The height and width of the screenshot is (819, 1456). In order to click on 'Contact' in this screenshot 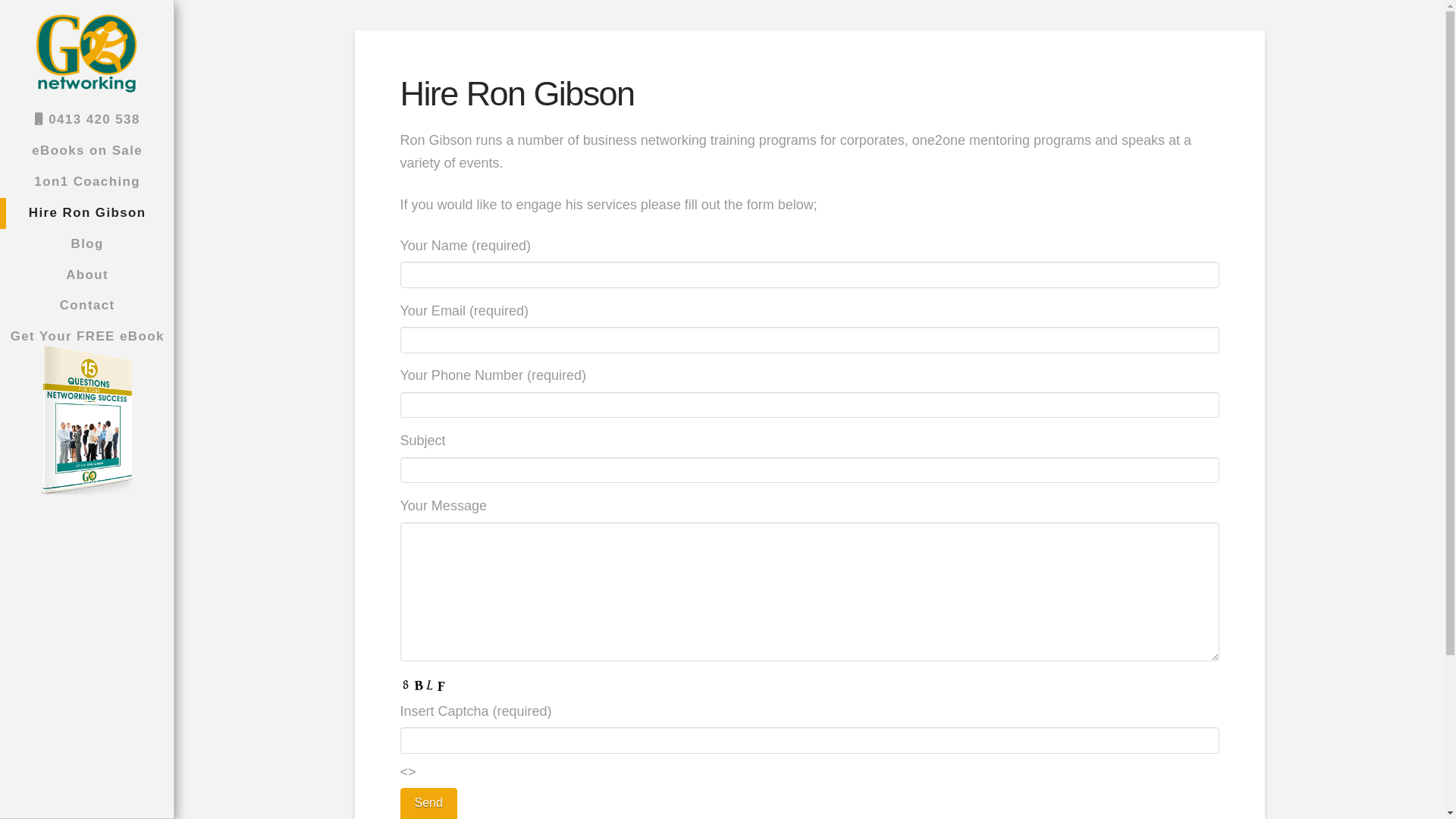, I will do `click(86, 306)`.